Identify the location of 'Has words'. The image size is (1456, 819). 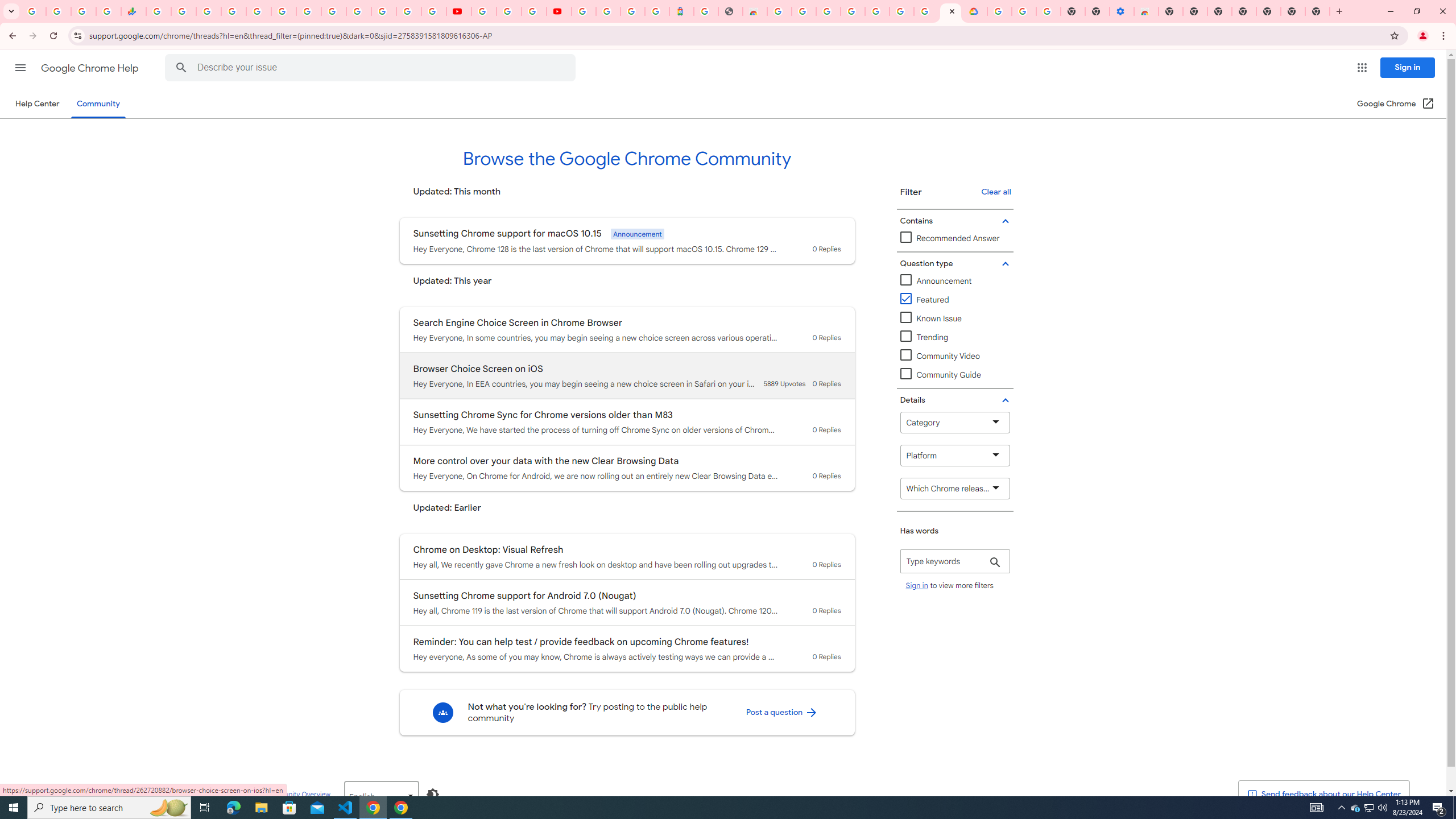
(955, 561).